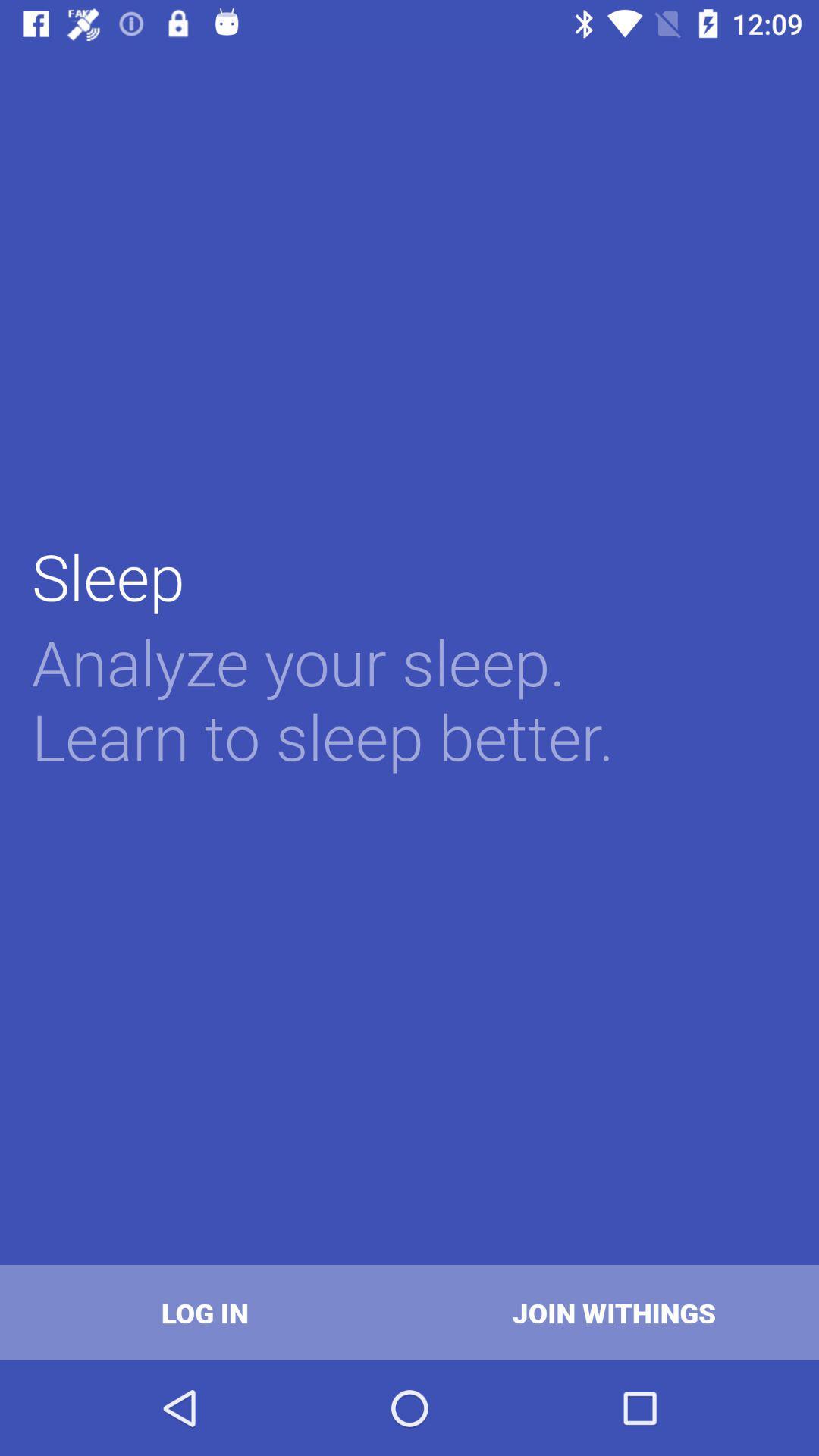  Describe the element at coordinates (614, 1312) in the screenshot. I see `icon next to log in` at that location.